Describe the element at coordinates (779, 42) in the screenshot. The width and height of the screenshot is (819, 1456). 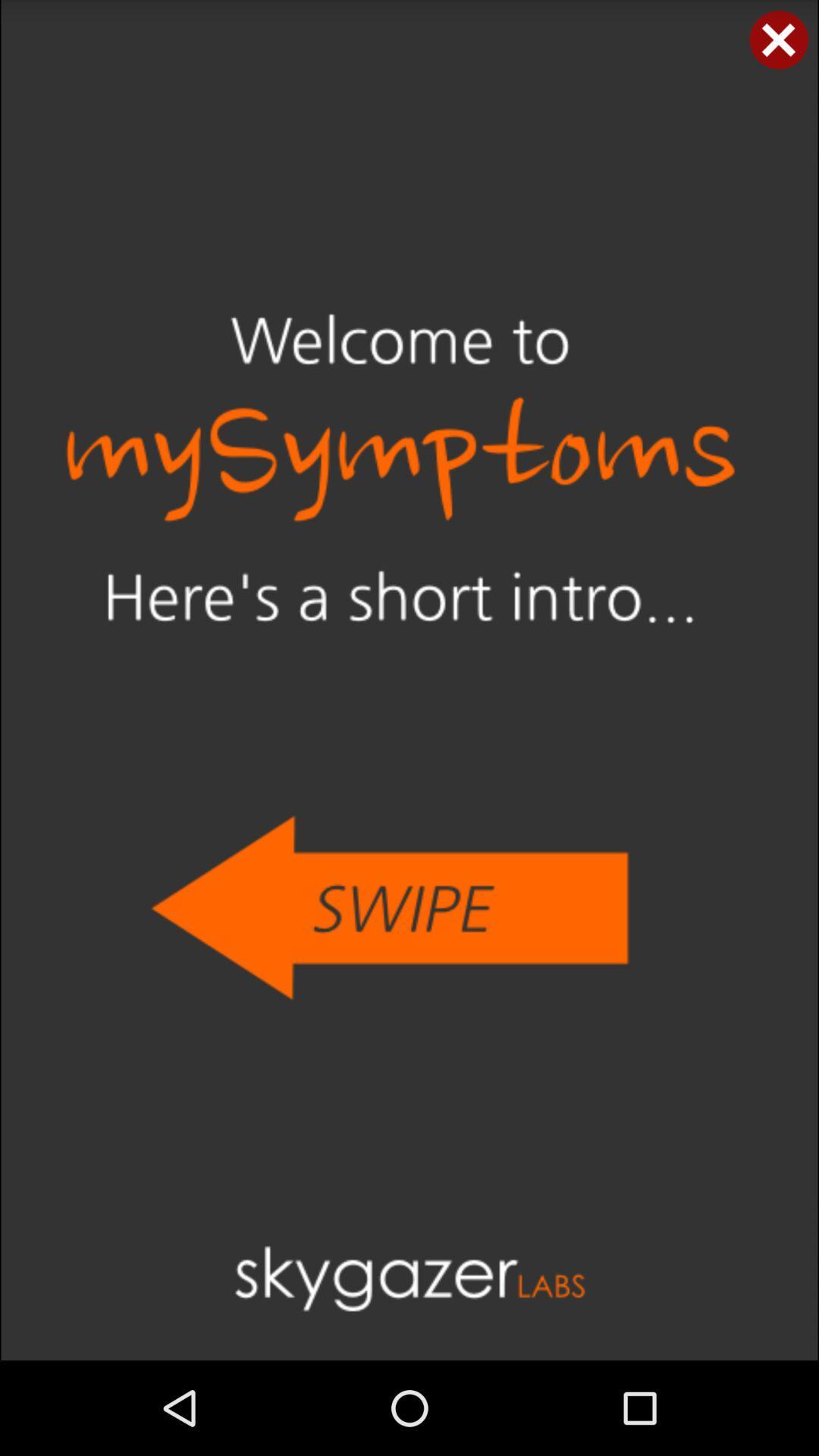
I see `the close icon` at that location.